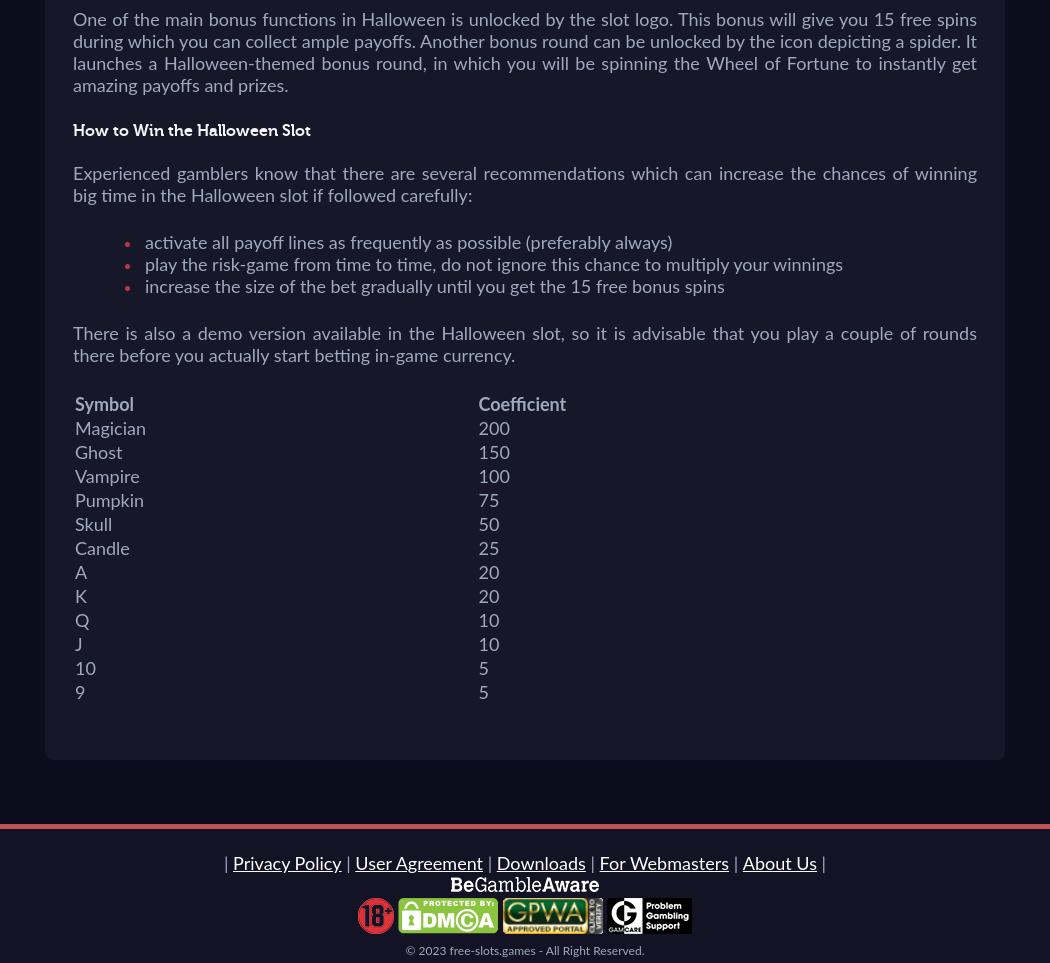  Describe the element at coordinates (525, 346) in the screenshot. I see `'There is also a demo version available in the Halloween slot, so it is advisable that you play a couple of rounds there before you actually start betting in-game currency.'` at that location.